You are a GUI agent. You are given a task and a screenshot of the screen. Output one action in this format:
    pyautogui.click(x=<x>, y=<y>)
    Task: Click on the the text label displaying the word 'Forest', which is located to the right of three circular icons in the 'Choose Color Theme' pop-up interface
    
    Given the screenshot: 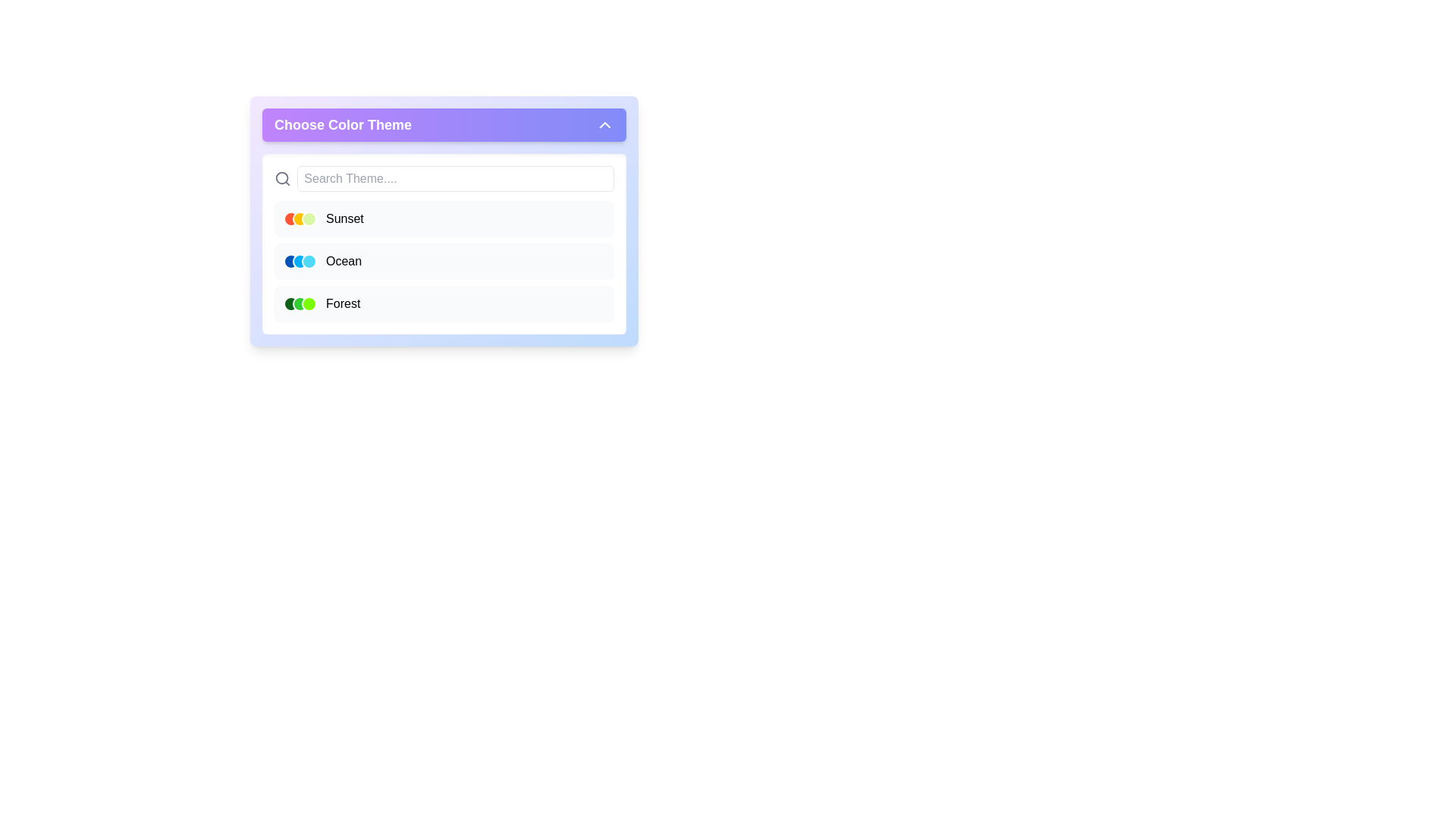 What is the action you would take?
    pyautogui.click(x=342, y=304)
    